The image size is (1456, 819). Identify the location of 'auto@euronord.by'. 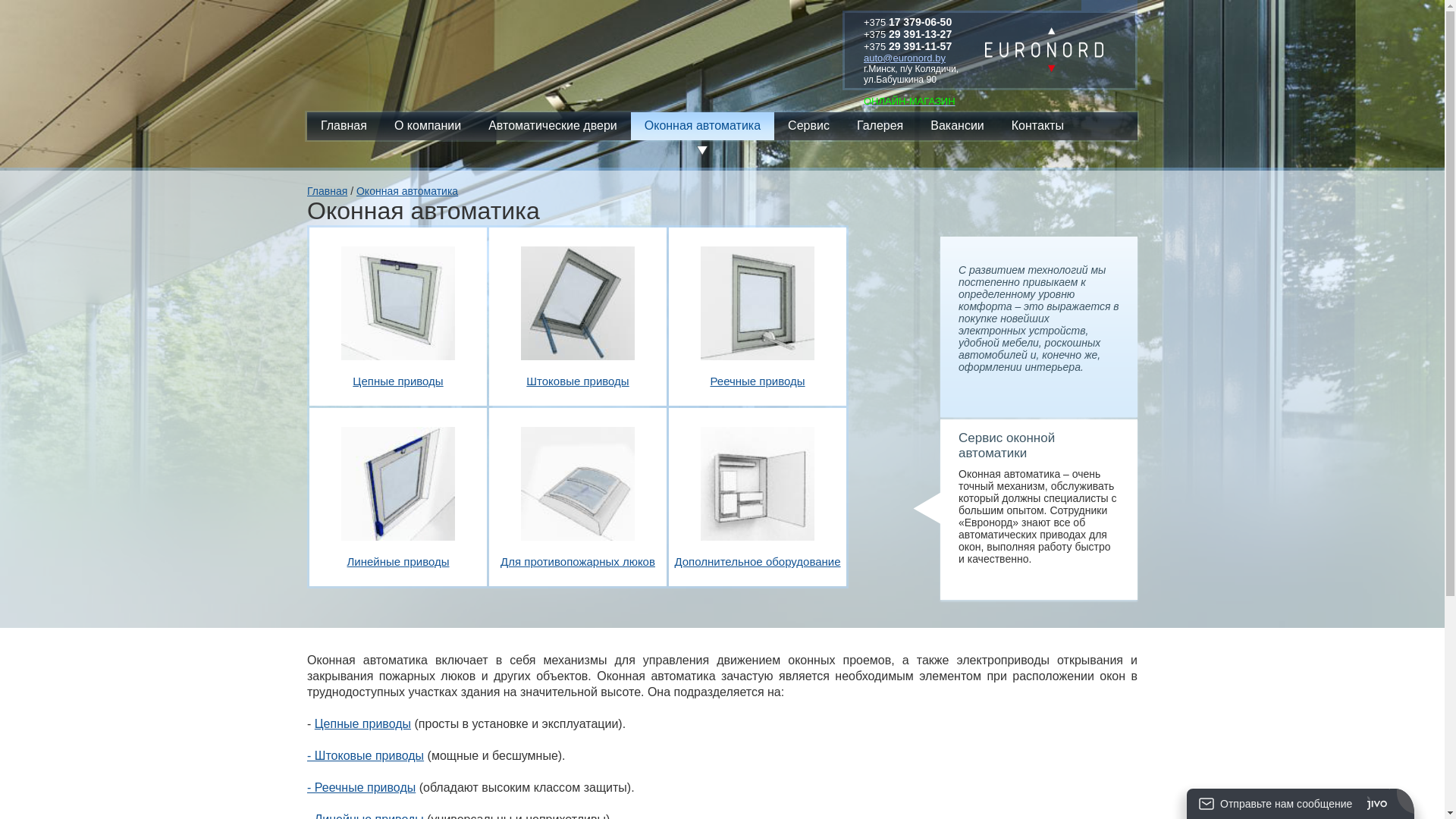
(863, 57).